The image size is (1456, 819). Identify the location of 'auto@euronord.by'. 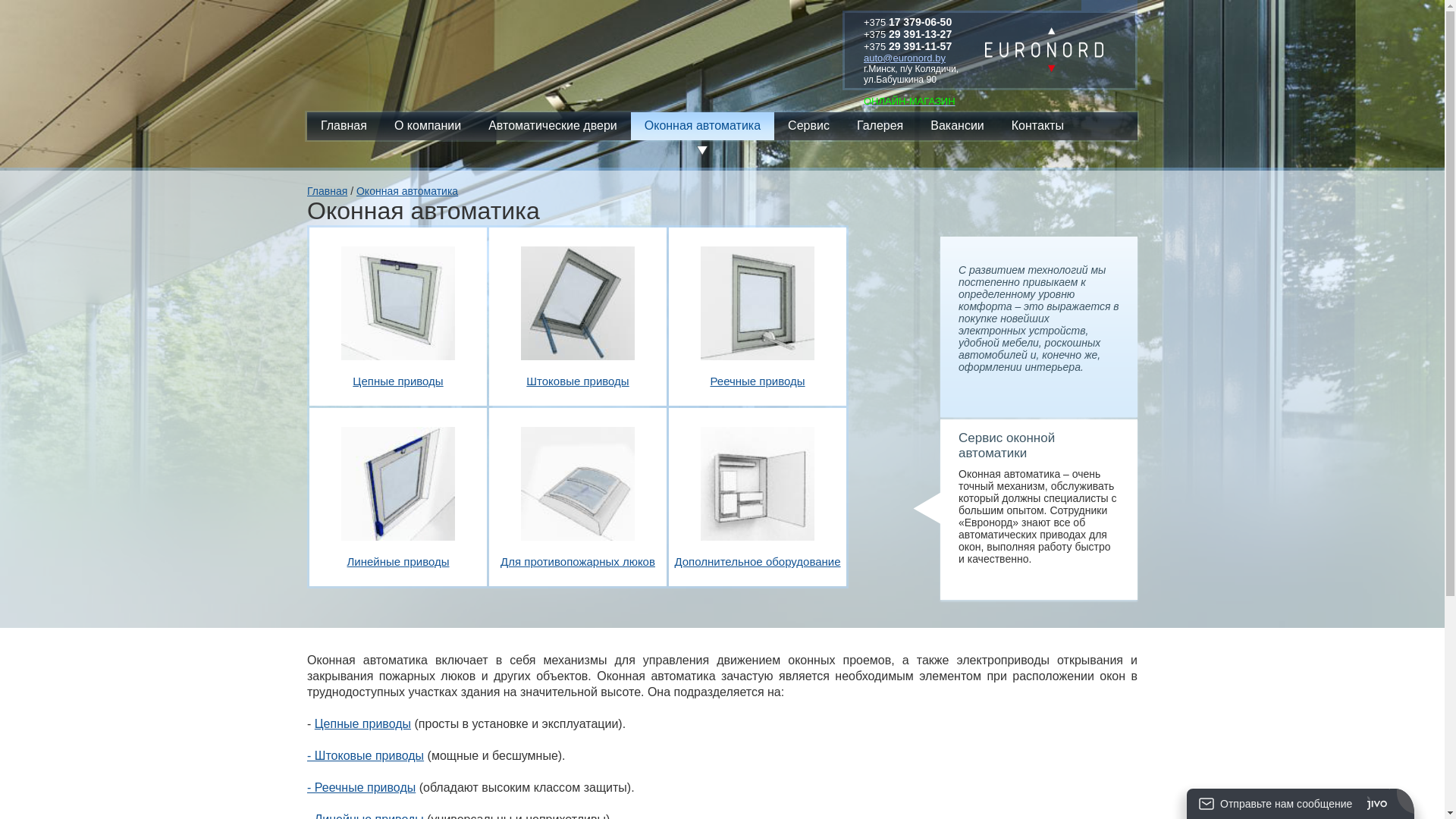
(863, 57).